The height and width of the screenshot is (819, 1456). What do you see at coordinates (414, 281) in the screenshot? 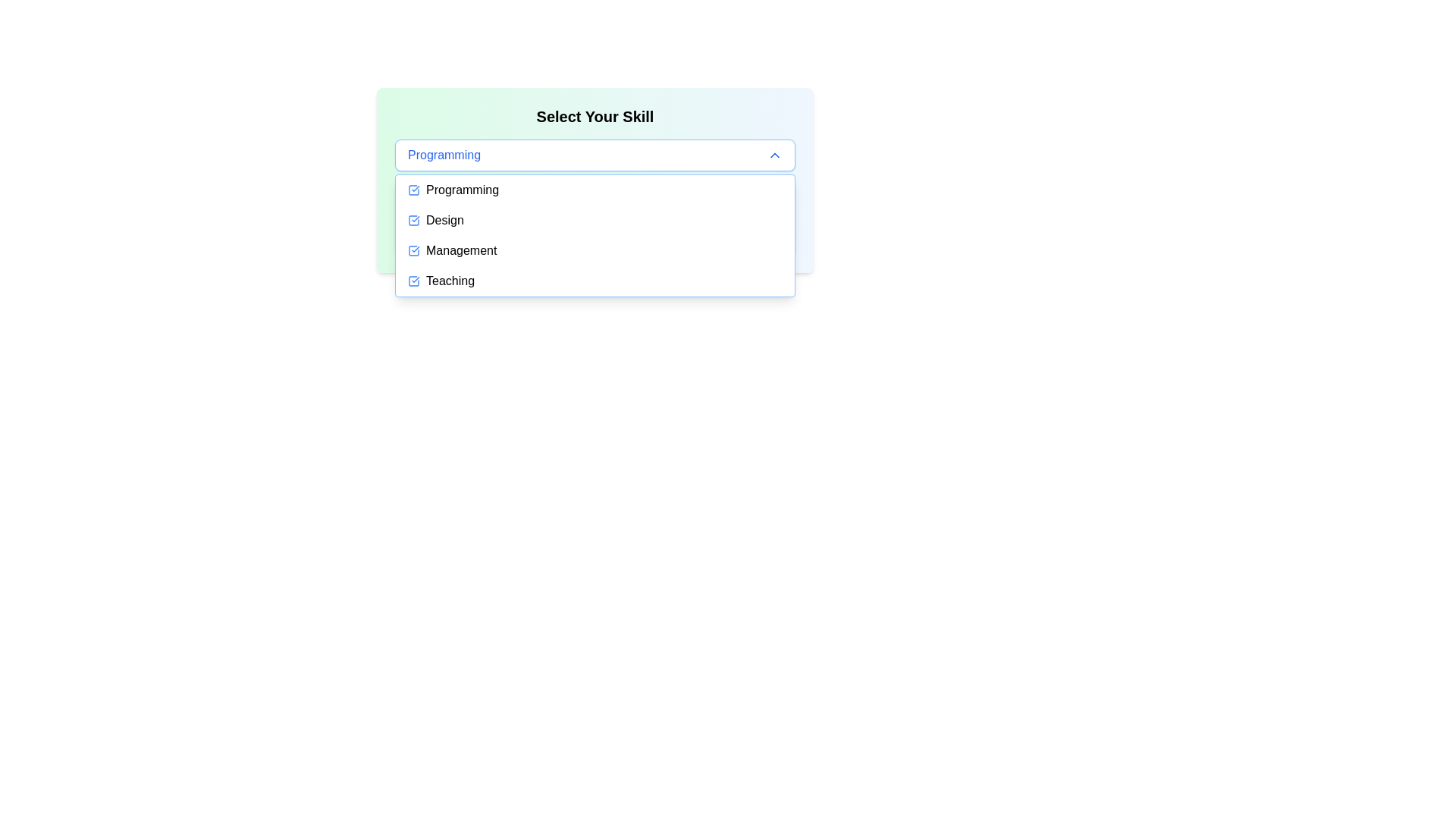
I see `the interactive icon` at bounding box center [414, 281].